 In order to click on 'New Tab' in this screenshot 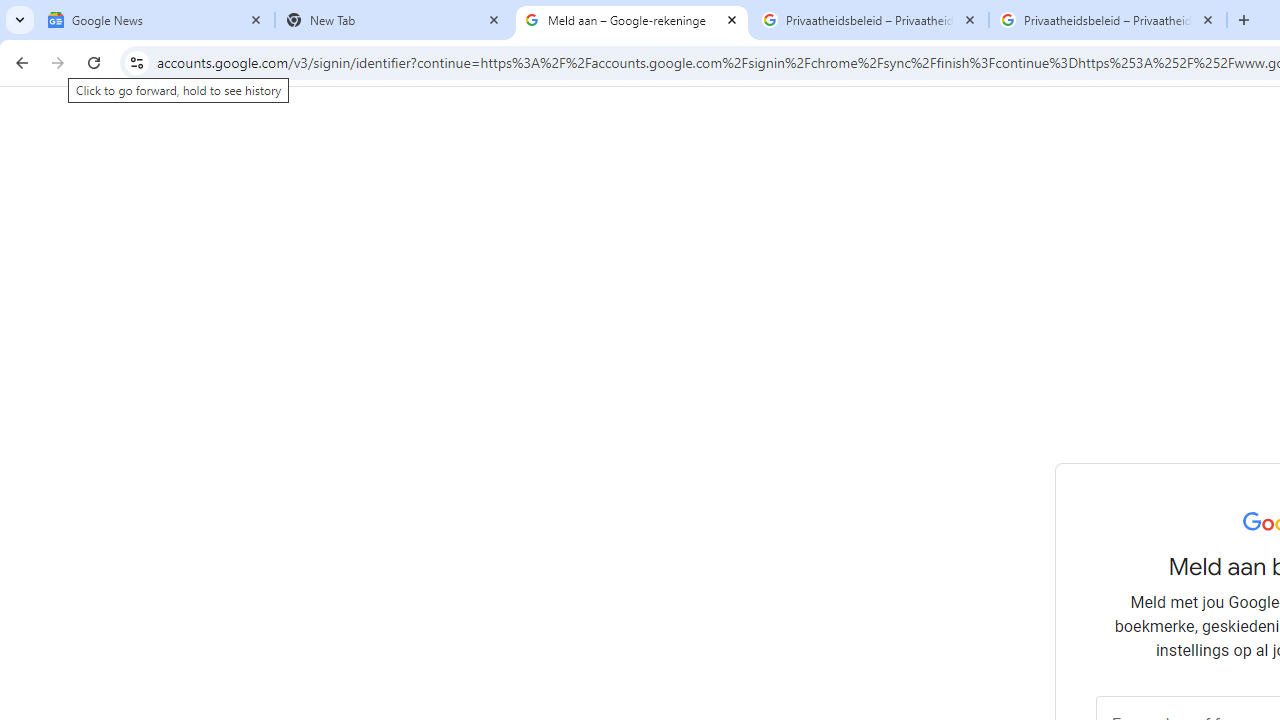, I will do `click(394, 20)`.